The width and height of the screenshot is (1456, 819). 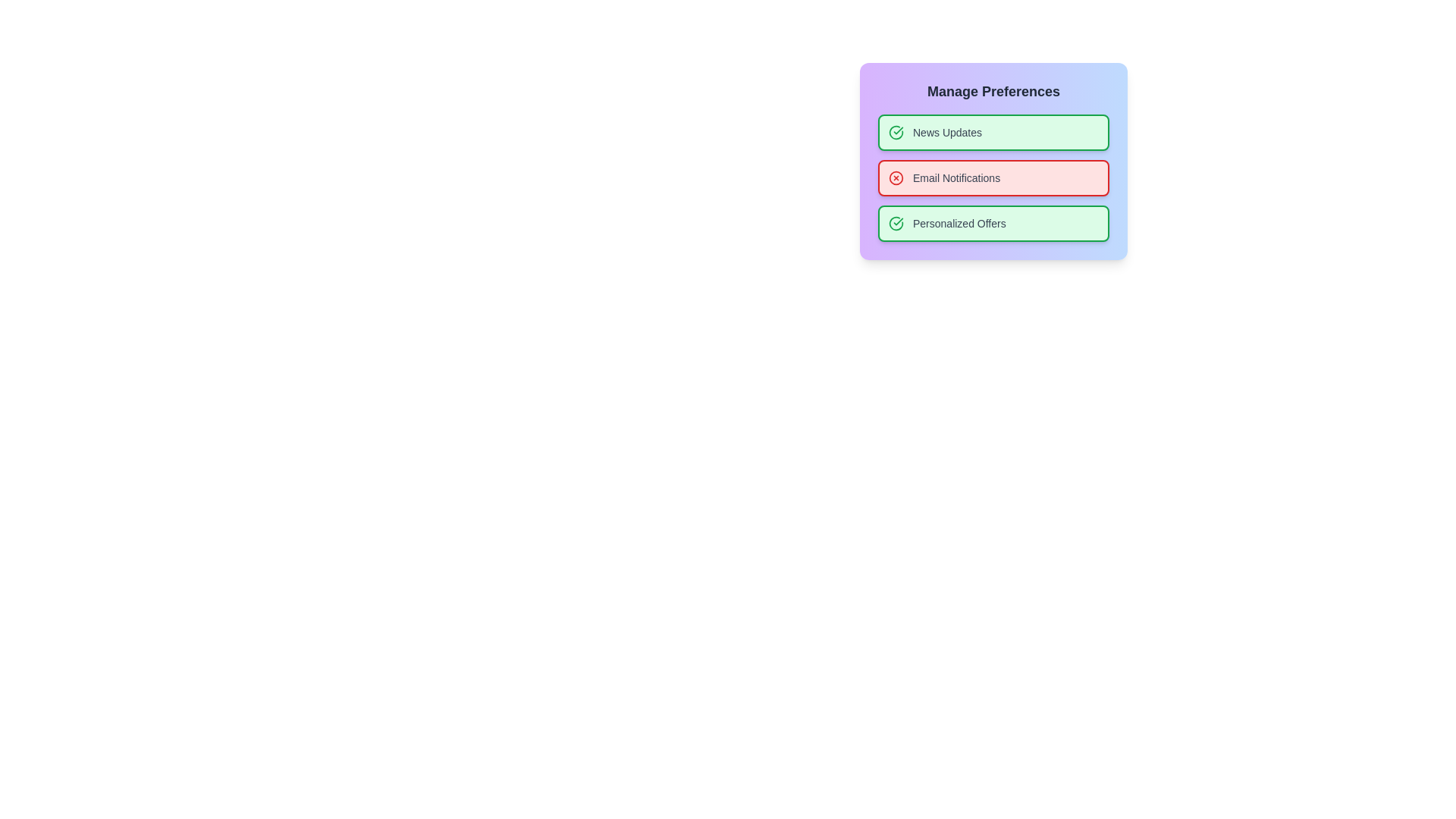 I want to click on the preference item Email Notifications to toggle its state, so click(x=993, y=177).